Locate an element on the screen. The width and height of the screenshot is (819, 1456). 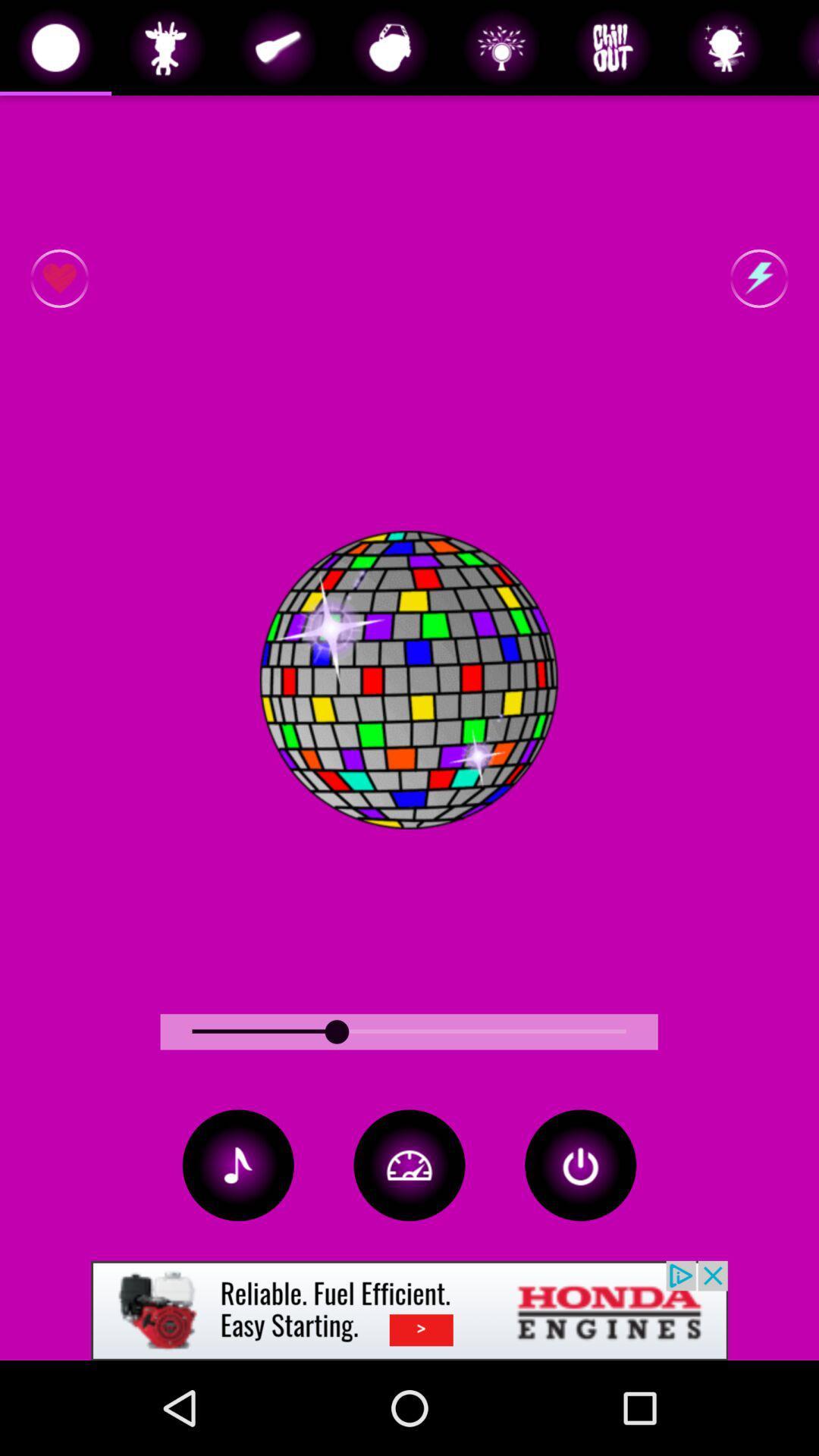
button is located at coordinates (580, 1164).